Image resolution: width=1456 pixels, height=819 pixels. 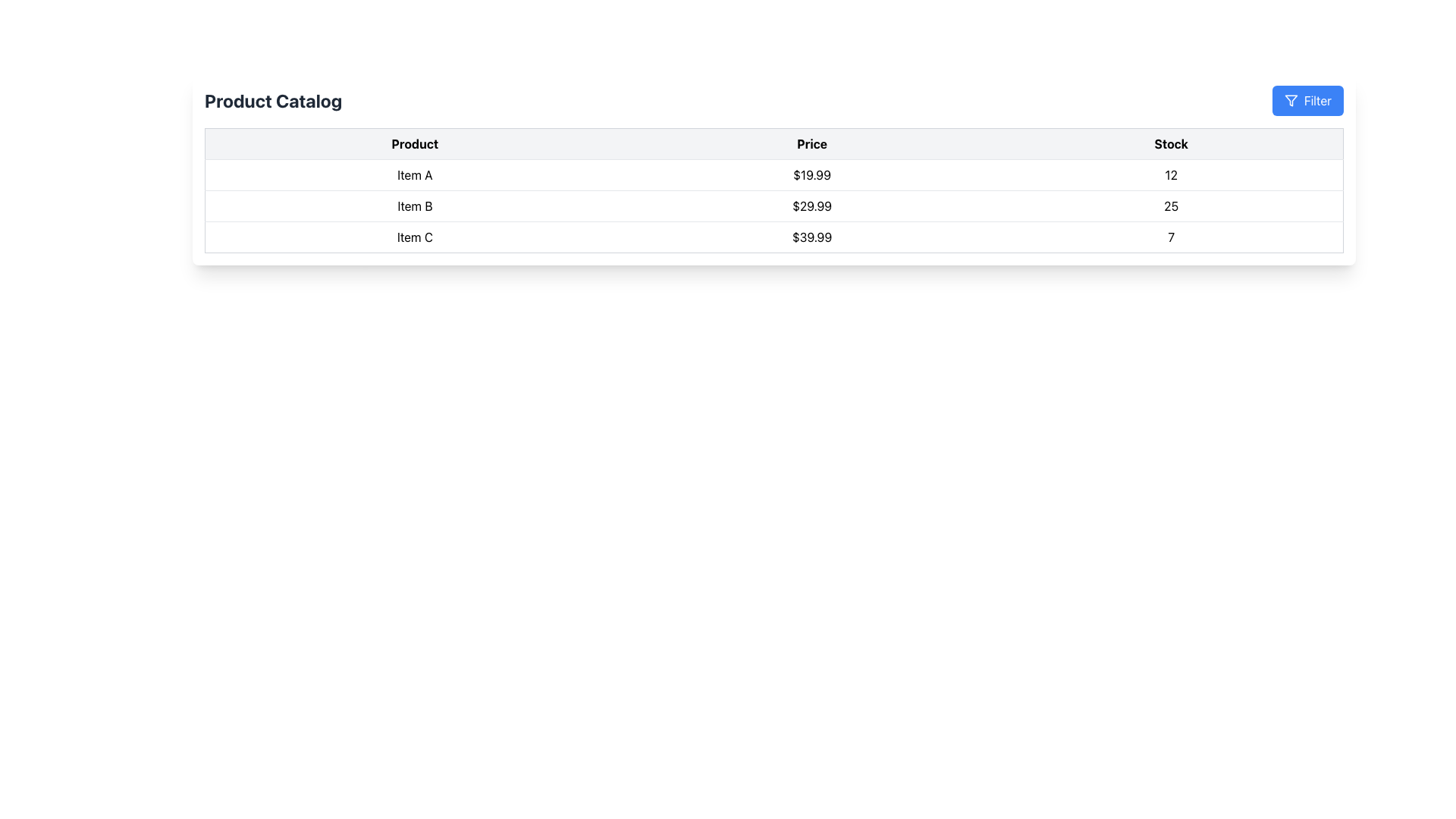 What do you see at coordinates (774, 206) in the screenshot?
I see `the second row in the product listing table, which displays product information such as name, price, and stock, positioned between 'Item A' and 'Item C'` at bounding box center [774, 206].